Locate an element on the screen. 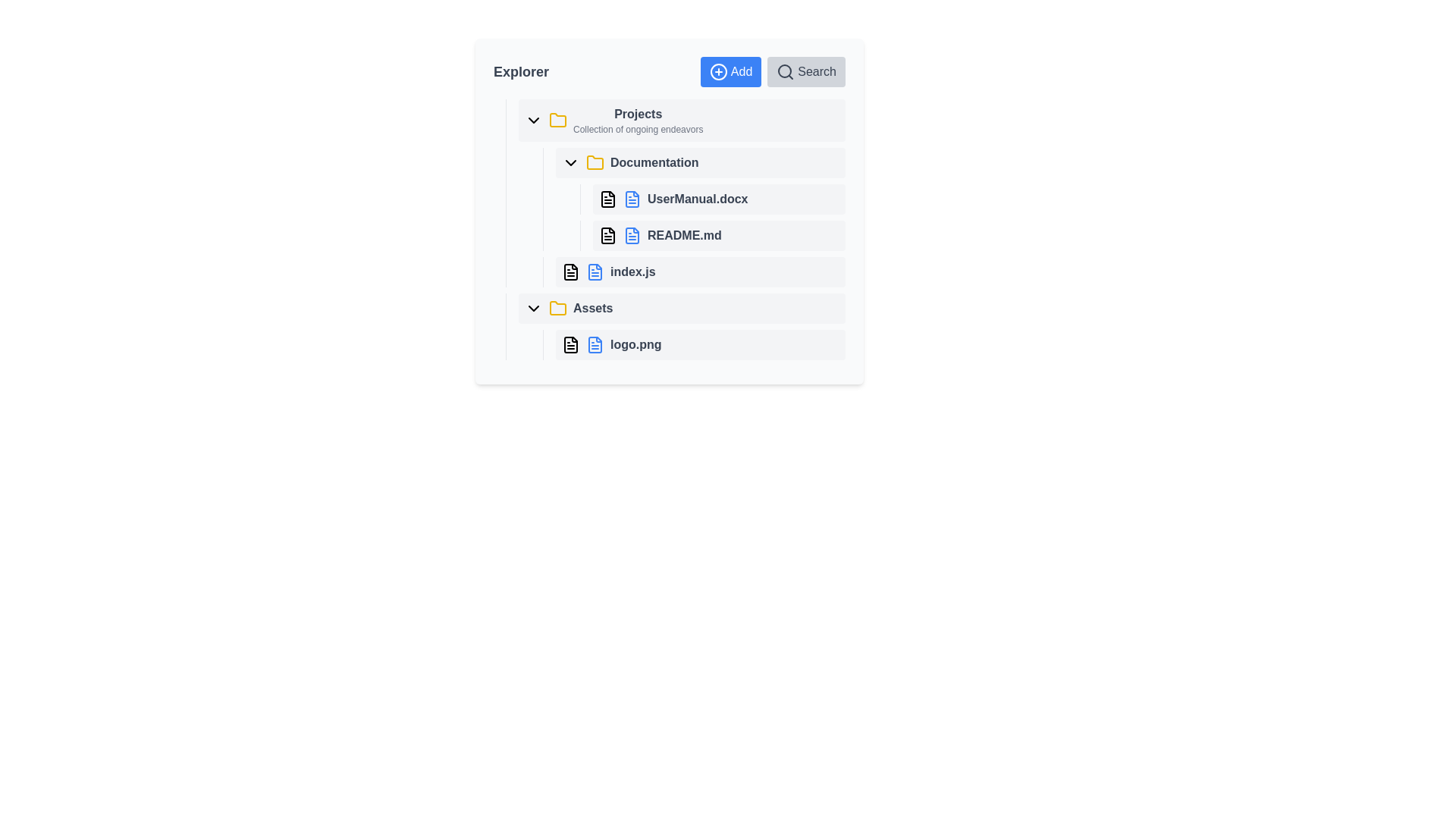 Image resolution: width=1456 pixels, height=819 pixels. the icon representing the file 'UserManual.docx' located in the 'Documentation' folder in the file explorer interface is located at coordinates (607, 198).